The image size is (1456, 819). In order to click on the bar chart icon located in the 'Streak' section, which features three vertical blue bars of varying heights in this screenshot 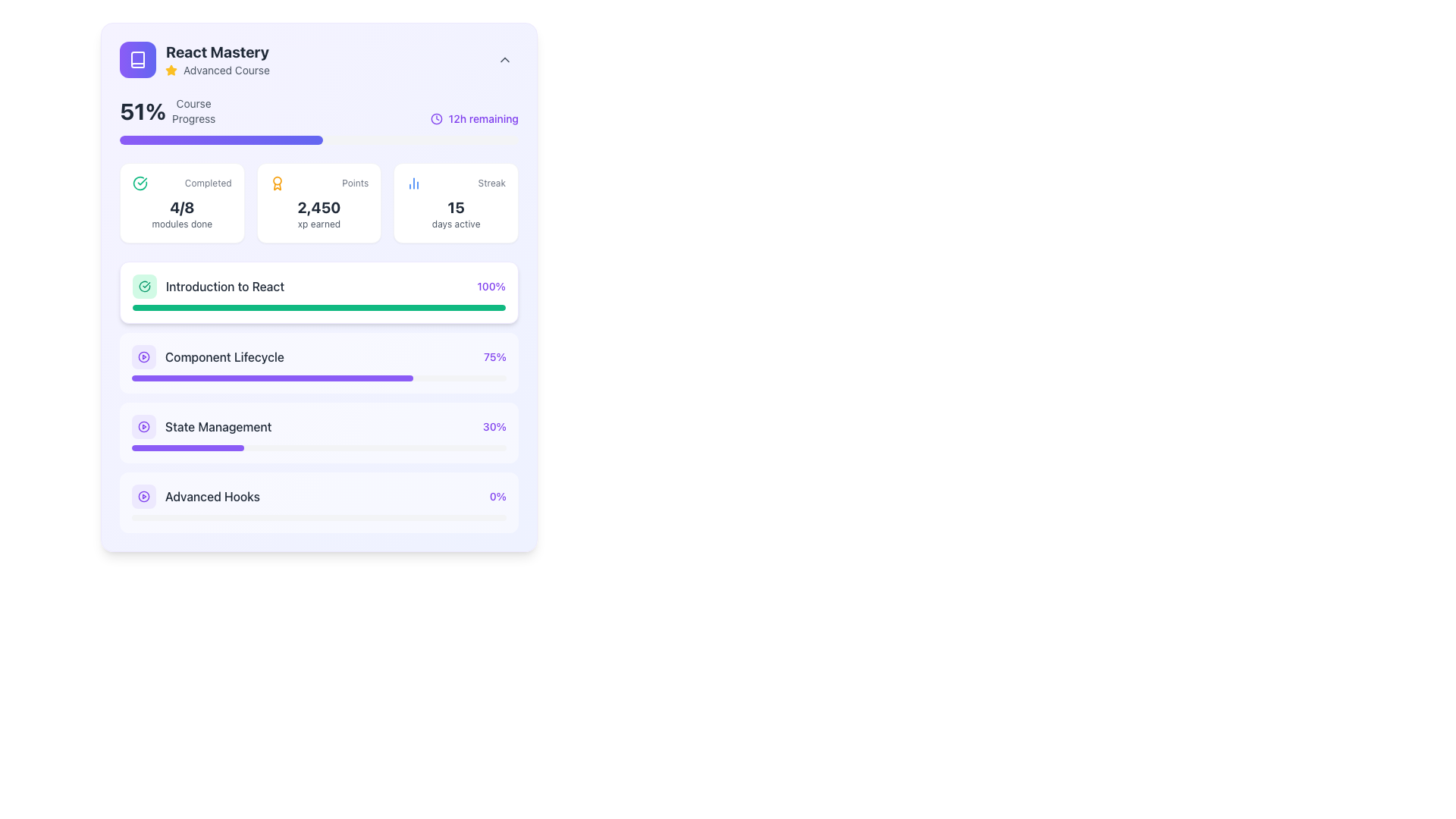, I will do `click(414, 183)`.